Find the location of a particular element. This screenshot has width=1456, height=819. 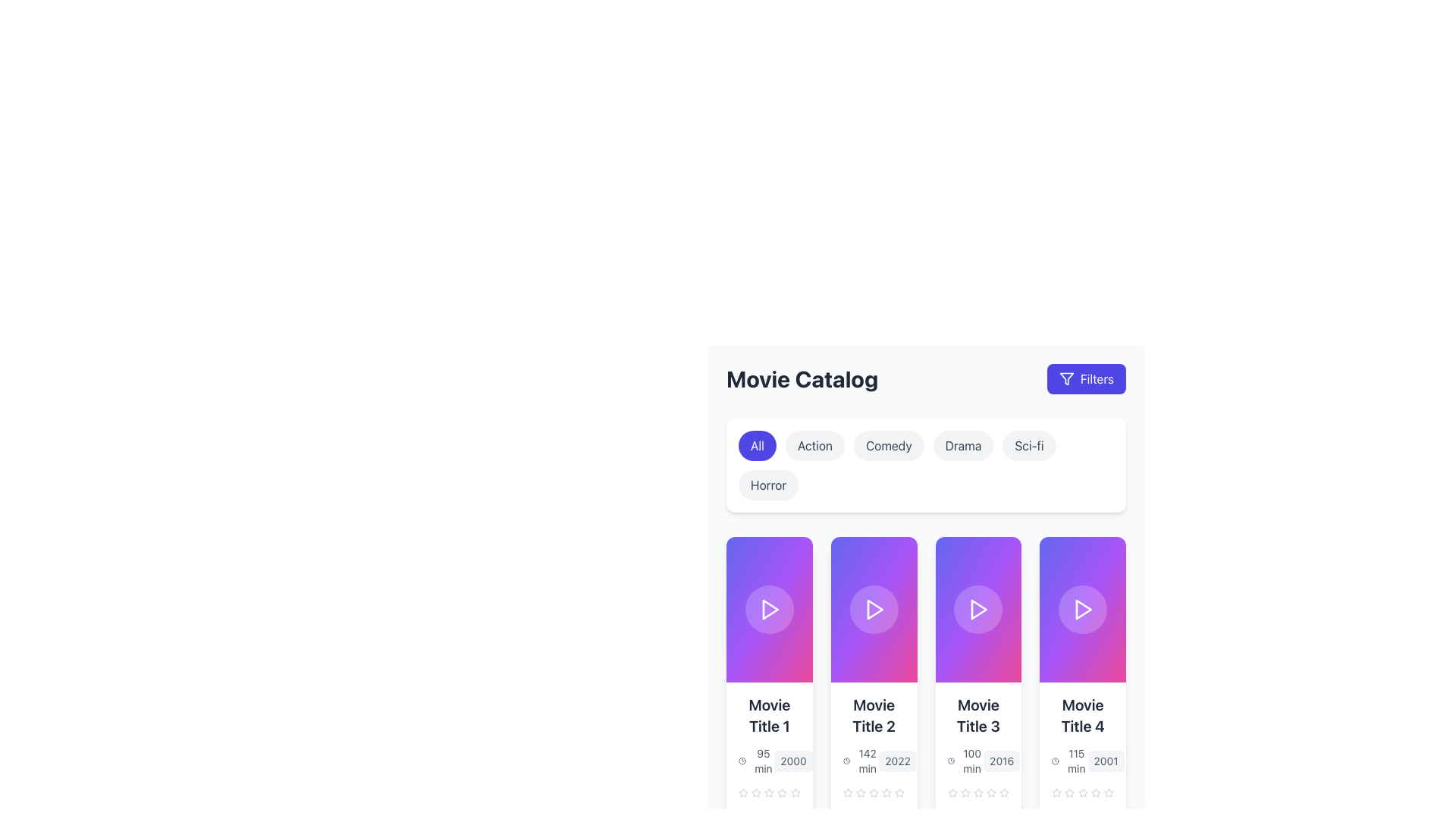

the second star icon in the rating section under the card labeled 'Movie Title 1' to rate it is located at coordinates (756, 792).